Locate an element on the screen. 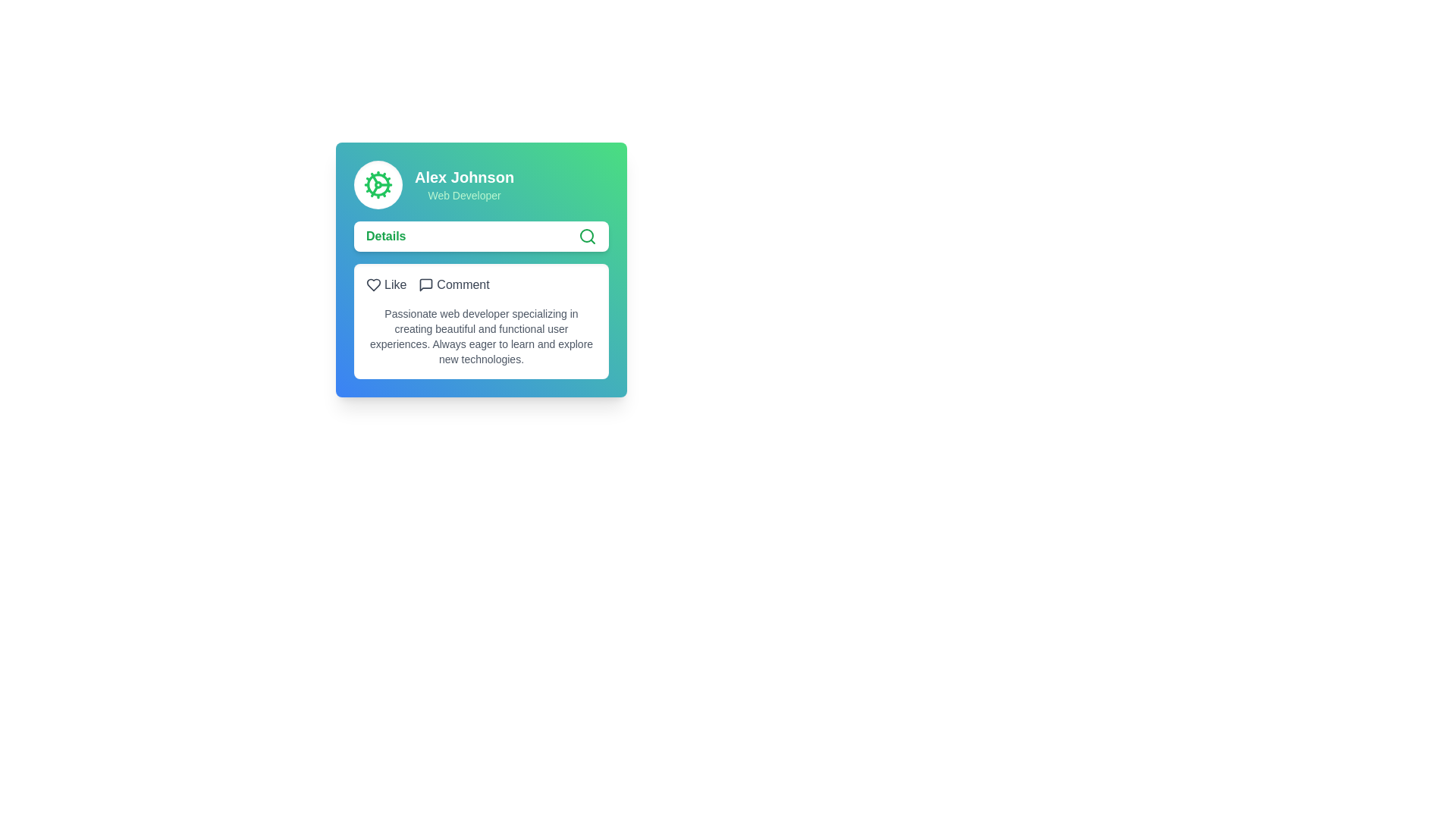  the green cogwheel icon located in the top left corner of the profile card, just above the name 'Alex Johnson' is located at coordinates (378, 184).